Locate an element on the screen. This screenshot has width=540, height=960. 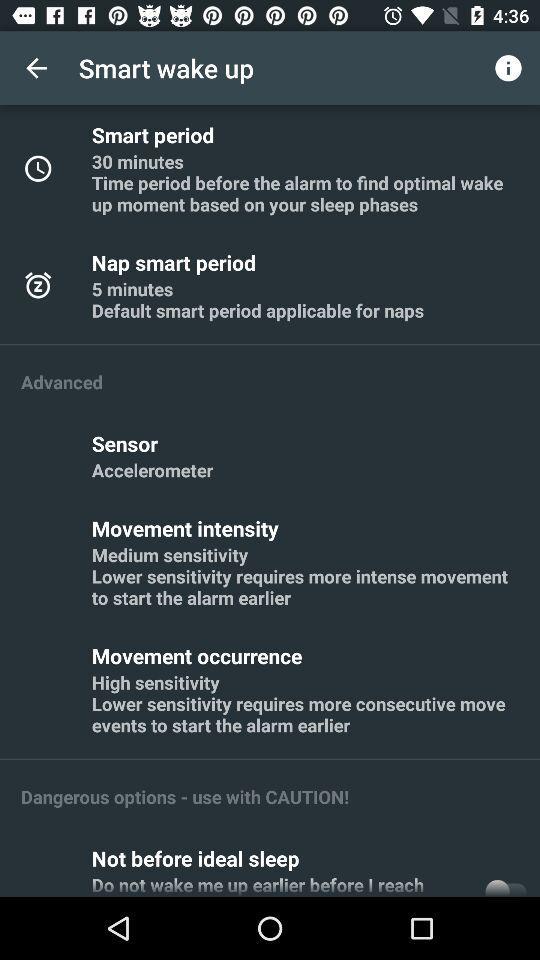
movement intensity icon is located at coordinates (188, 527).